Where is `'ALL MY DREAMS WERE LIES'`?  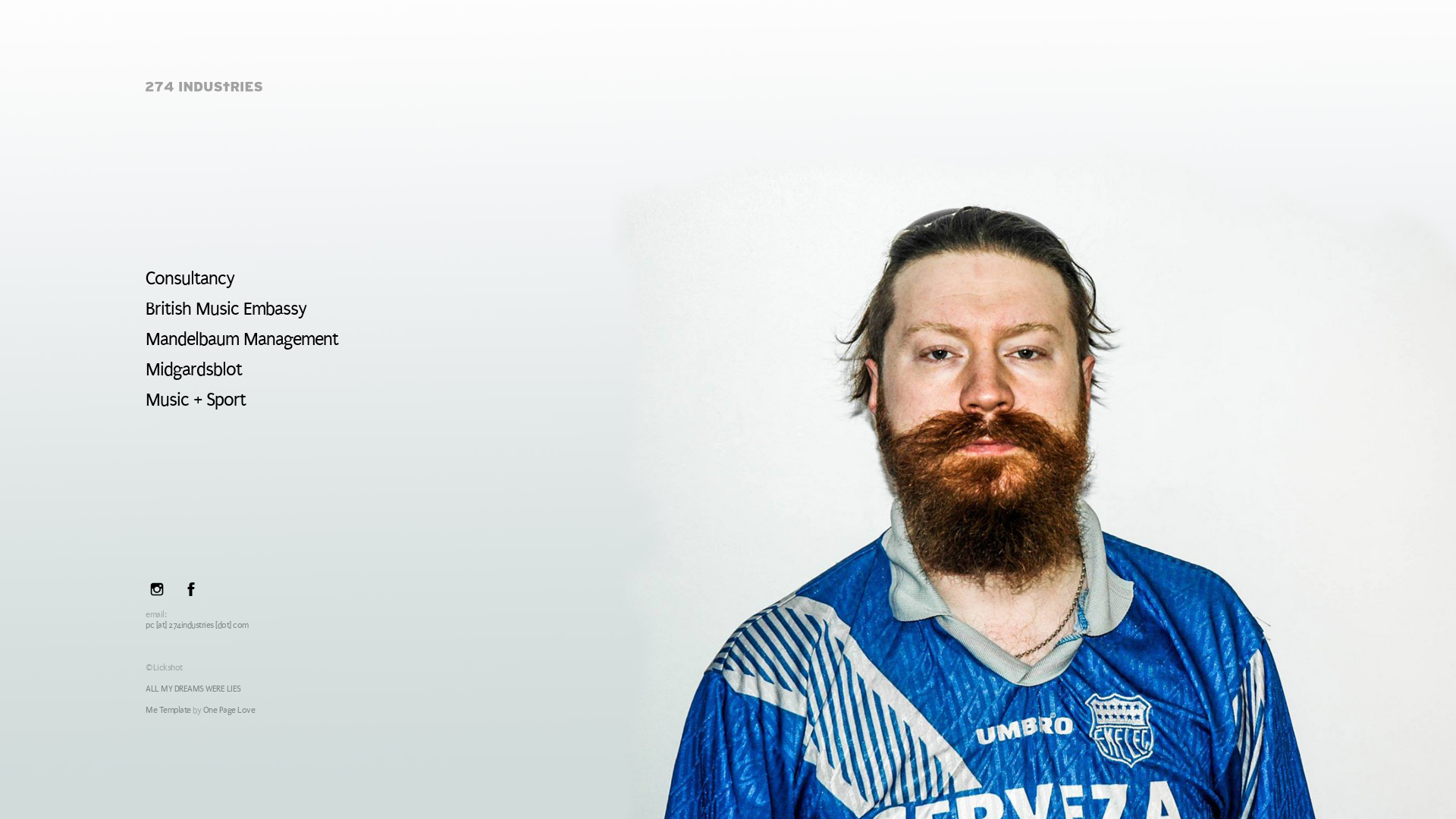 'ALL MY DREAMS WERE LIES' is located at coordinates (192, 689).